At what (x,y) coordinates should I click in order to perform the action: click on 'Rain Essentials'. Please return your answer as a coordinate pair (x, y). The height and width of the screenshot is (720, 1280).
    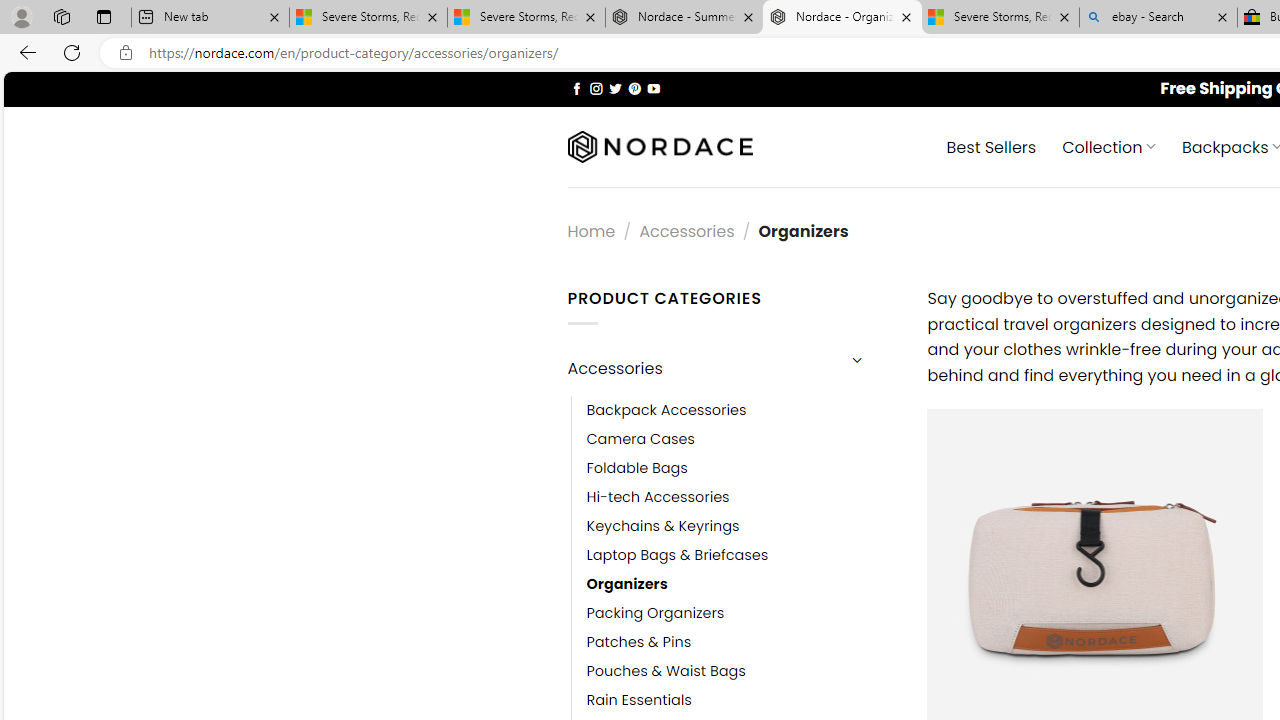
    Looking at the image, I should click on (638, 699).